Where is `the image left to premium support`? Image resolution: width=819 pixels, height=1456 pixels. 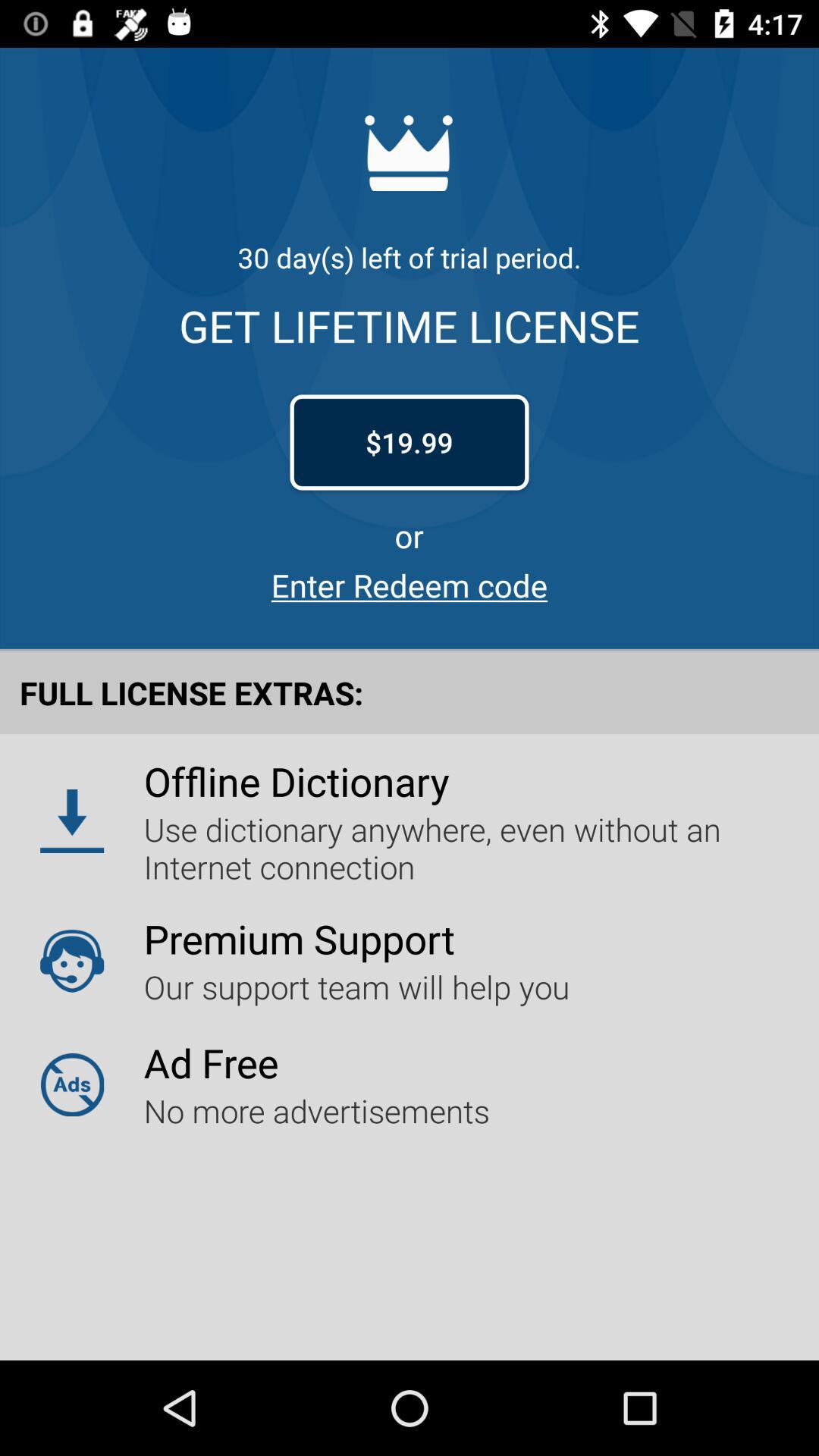 the image left to premium support is located at coordinates (72, 960).